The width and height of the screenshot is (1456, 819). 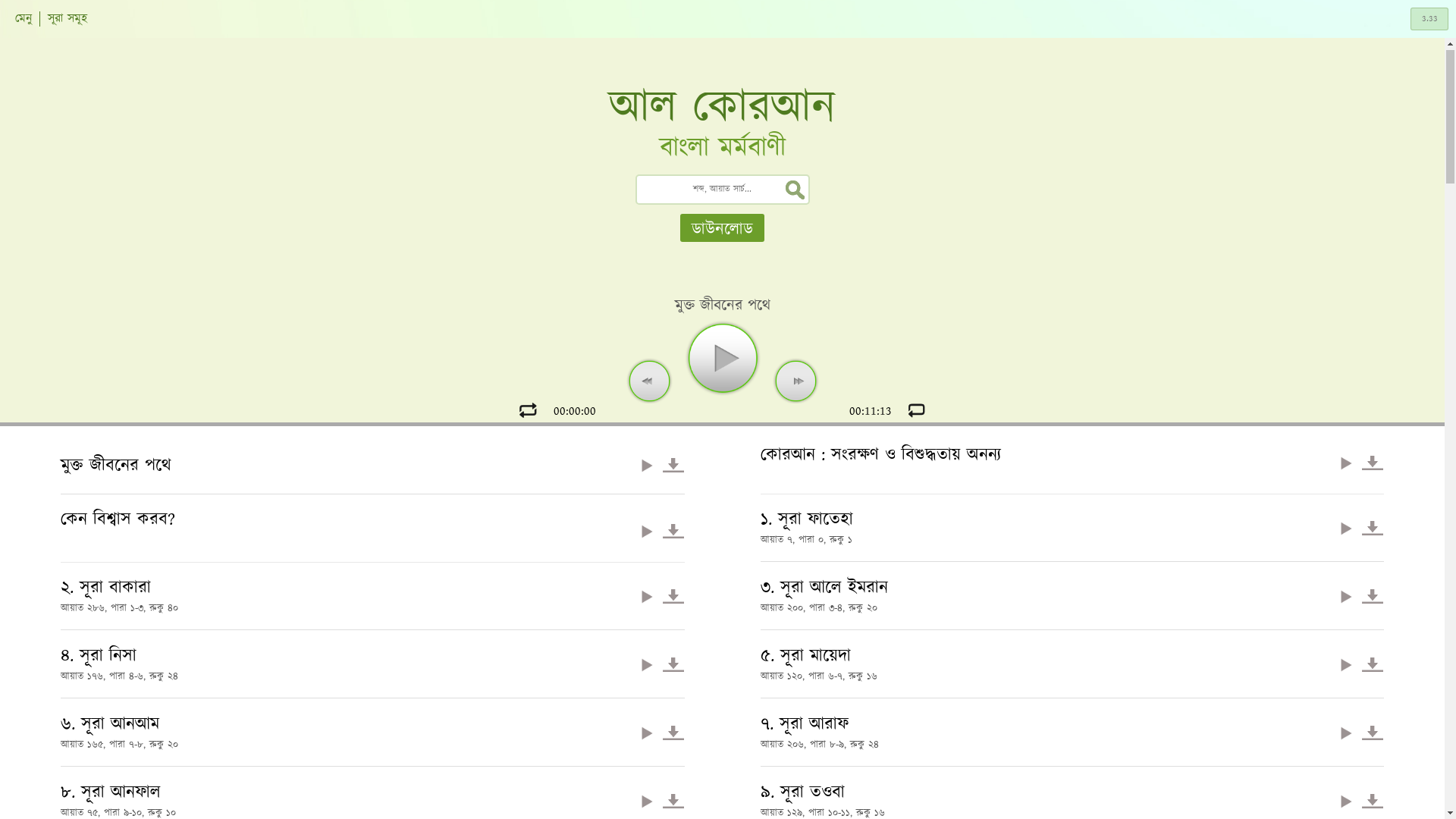 What do you see at coordinates (647, 595) in the screenshot?
I see `'Play'` at bounding box center [647, 595].